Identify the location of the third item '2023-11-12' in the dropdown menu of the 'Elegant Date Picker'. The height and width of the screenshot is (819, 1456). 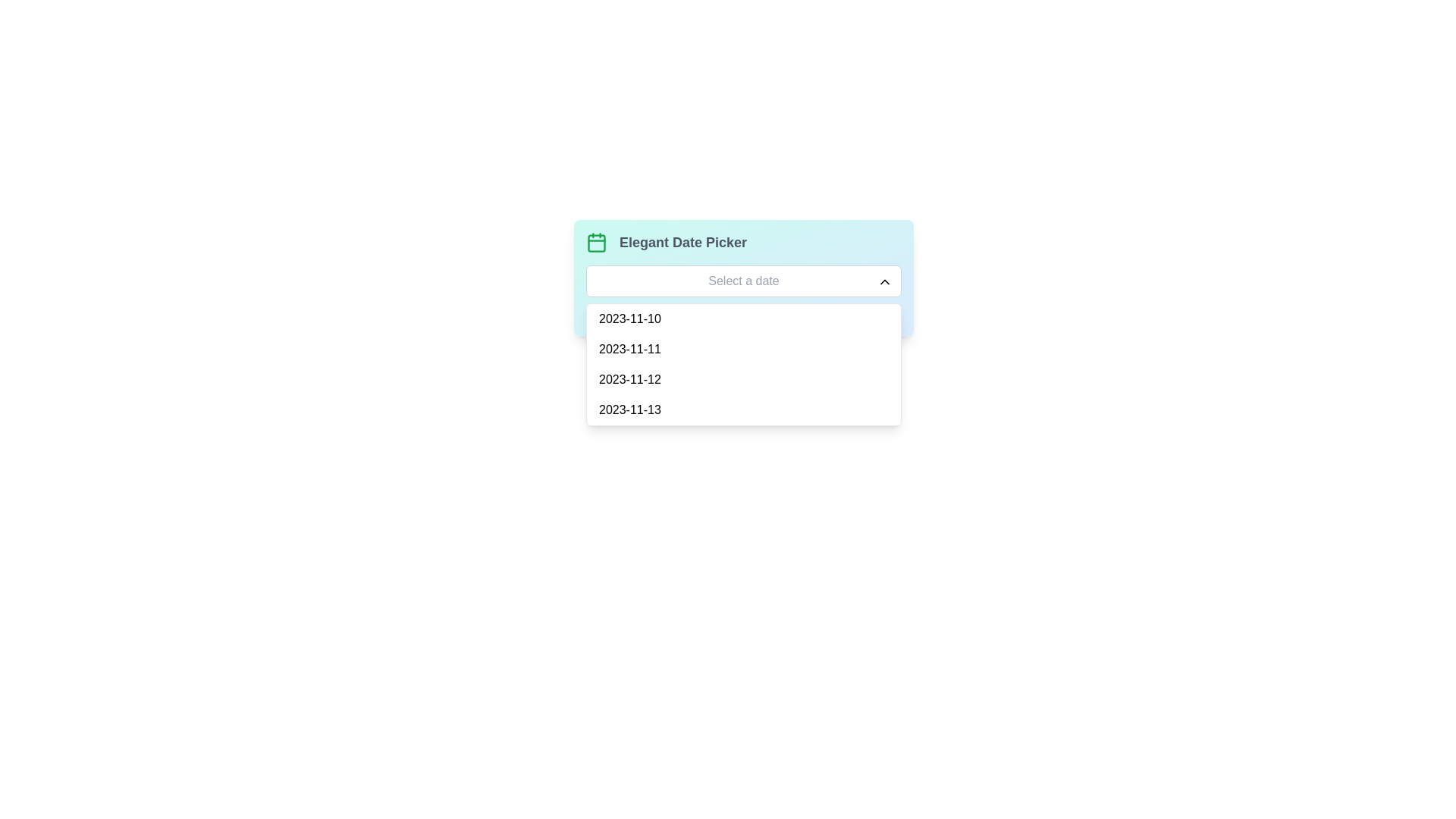
(743, 379).